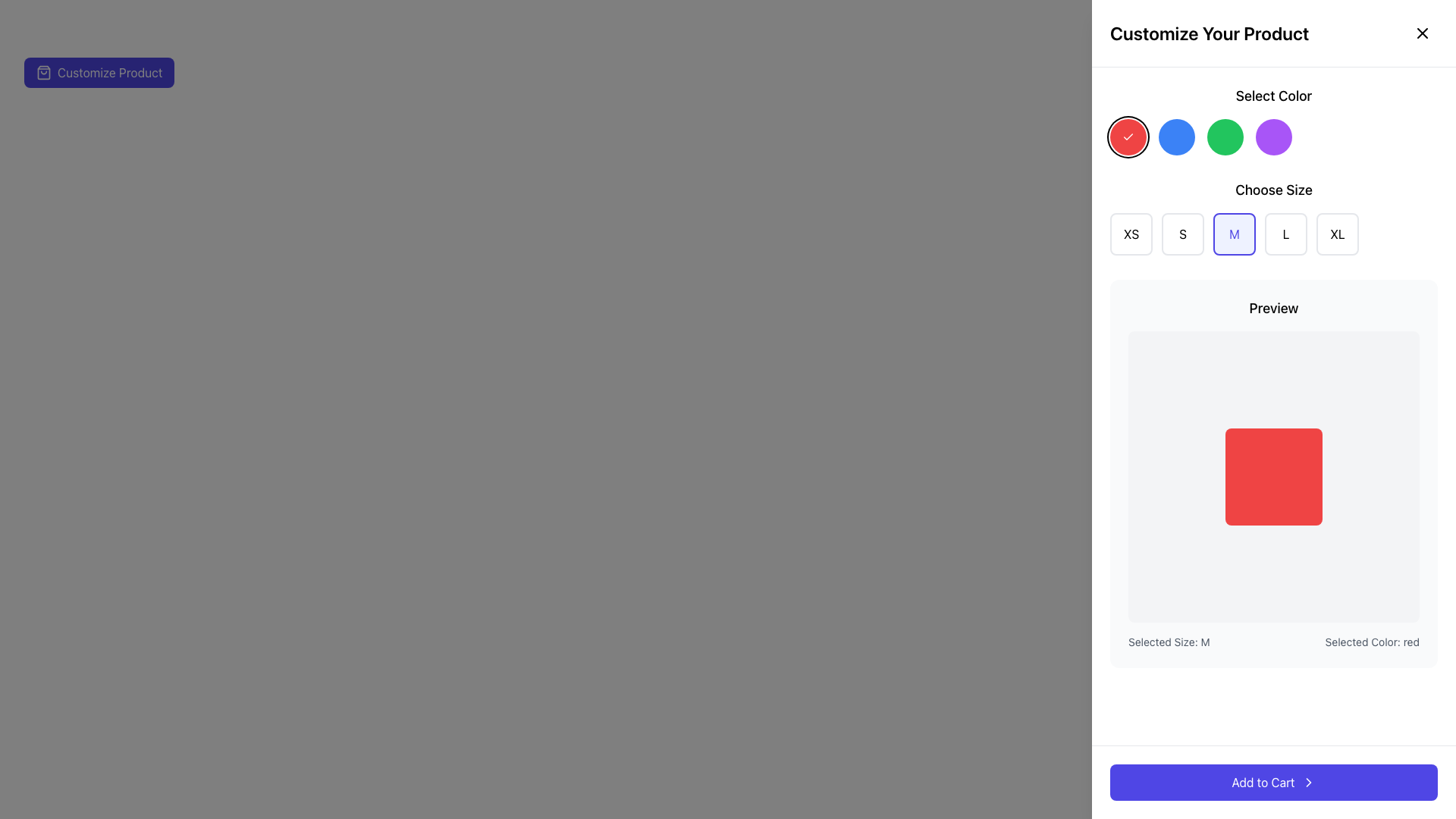 This screenshot has height=819, width=1456. Describe the element at coordinates (1234, 234) in the screenshot. I see `the 'M' size button in the size selection interface` at that location.